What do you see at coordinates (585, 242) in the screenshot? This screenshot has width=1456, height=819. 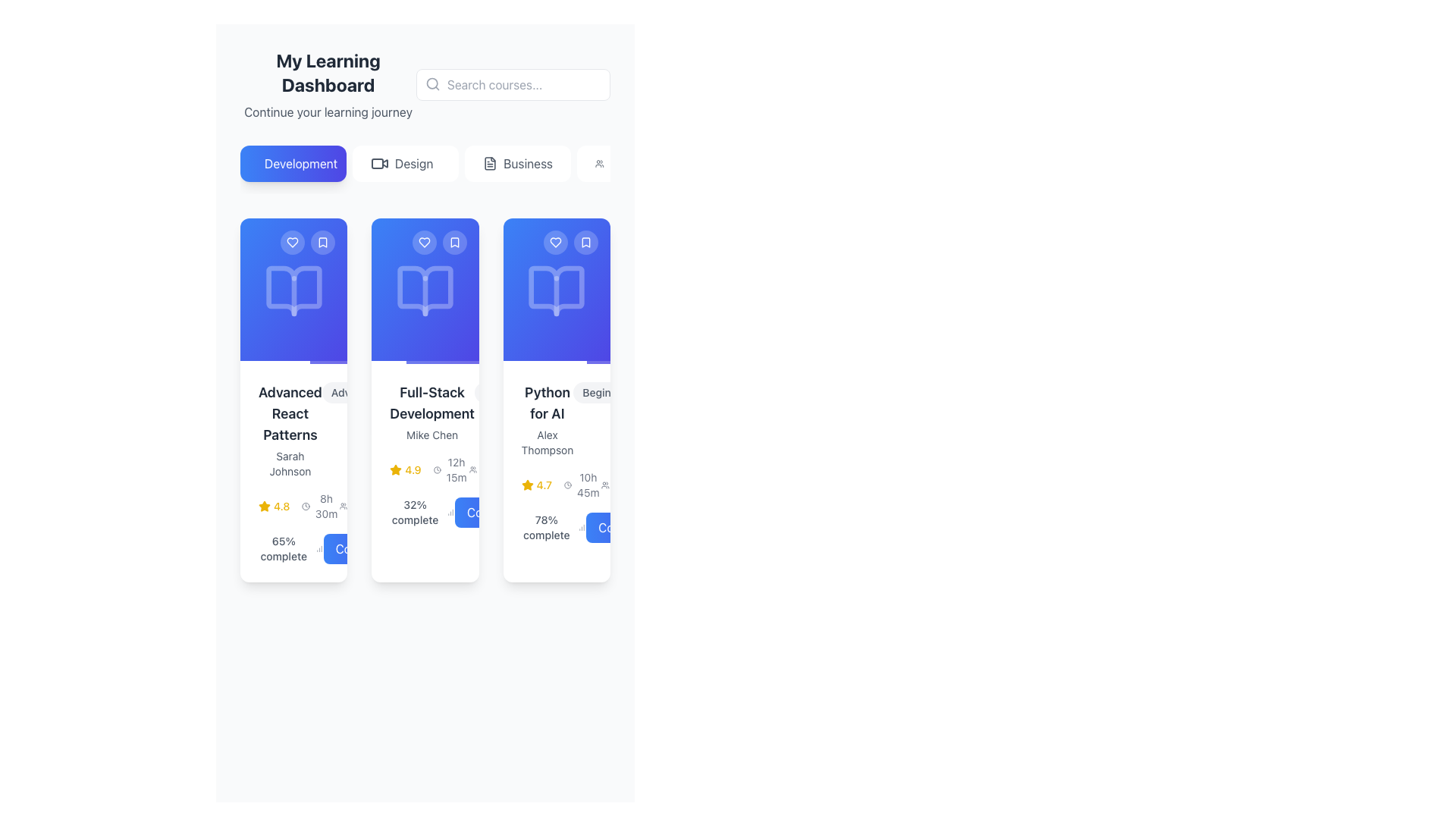 I see `the bookmark button located in the top-right corner of the third visible card` at bounding box center [585, 242].